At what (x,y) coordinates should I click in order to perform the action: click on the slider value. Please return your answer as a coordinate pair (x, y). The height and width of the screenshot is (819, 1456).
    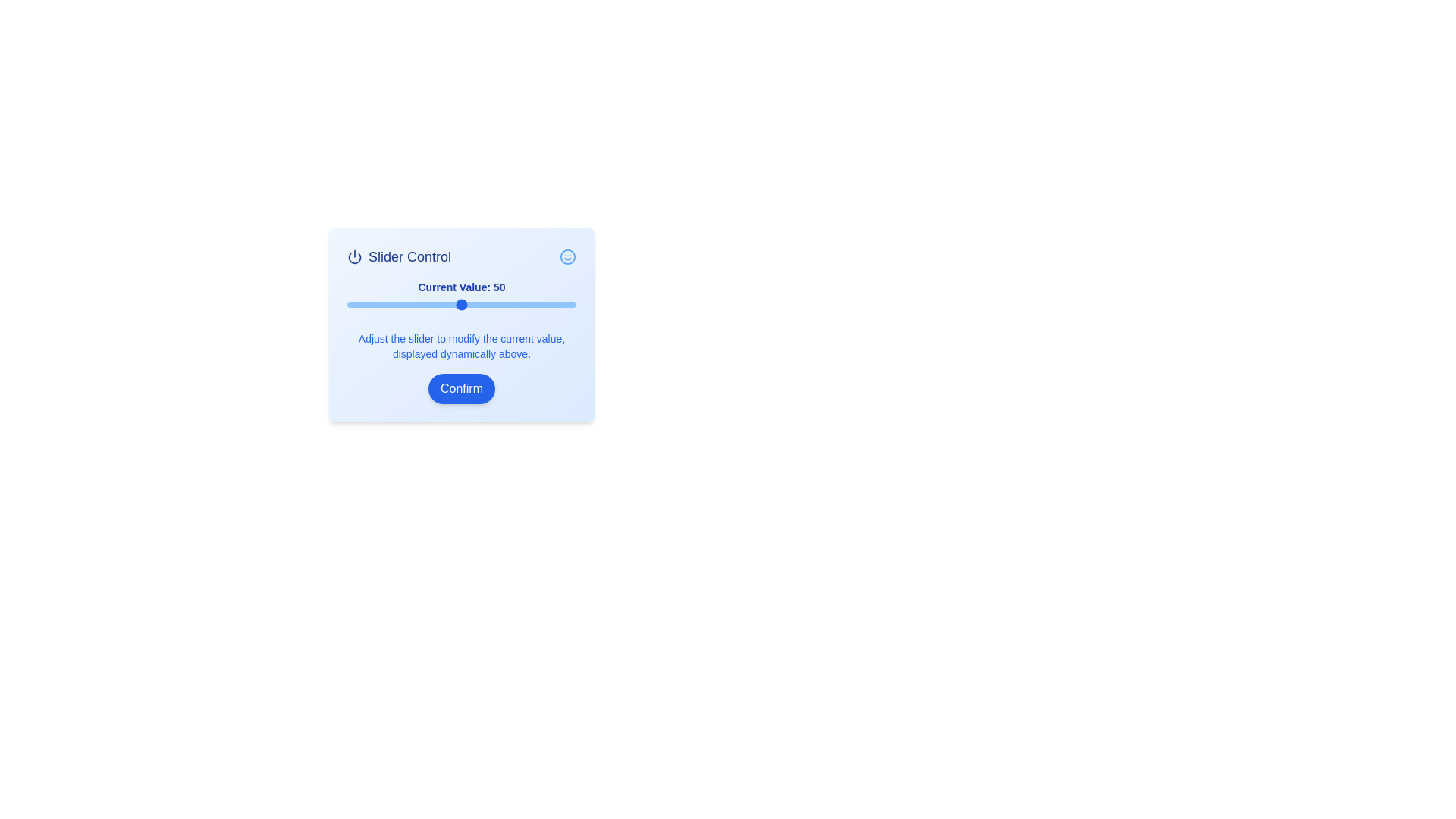
    Looking at the image, I should click on (422, 304).